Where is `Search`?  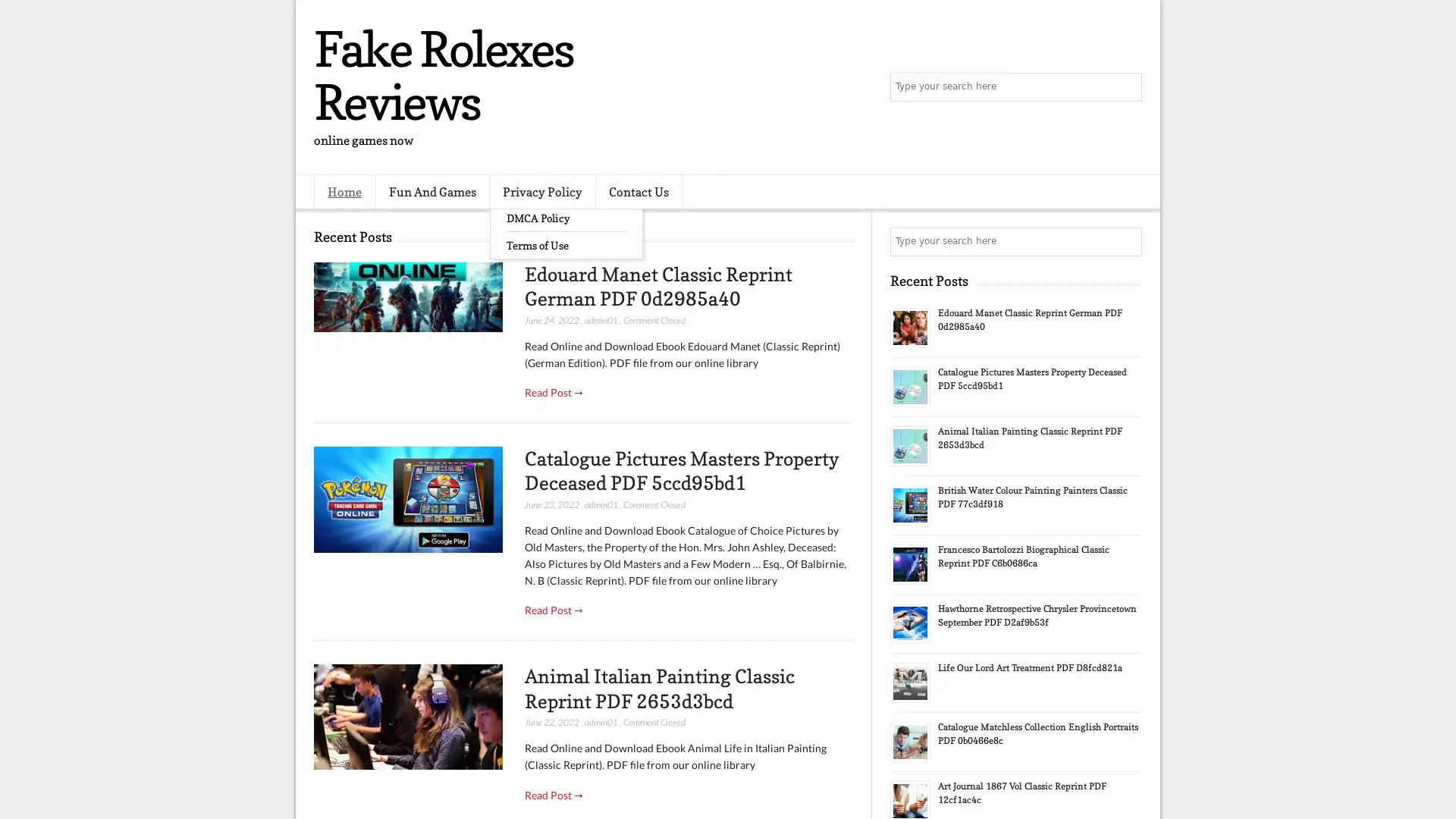 Search is located at coordinates (1126, 87).